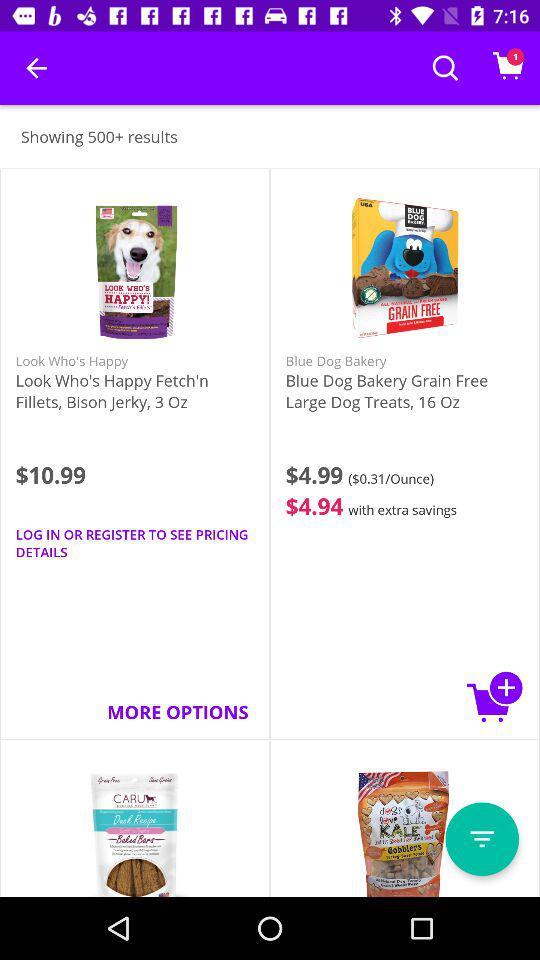  What do you see at coordinates (494, 696) in the screenshot?
I see `the item below blue dog bakery` at bounding box center [494, 696].